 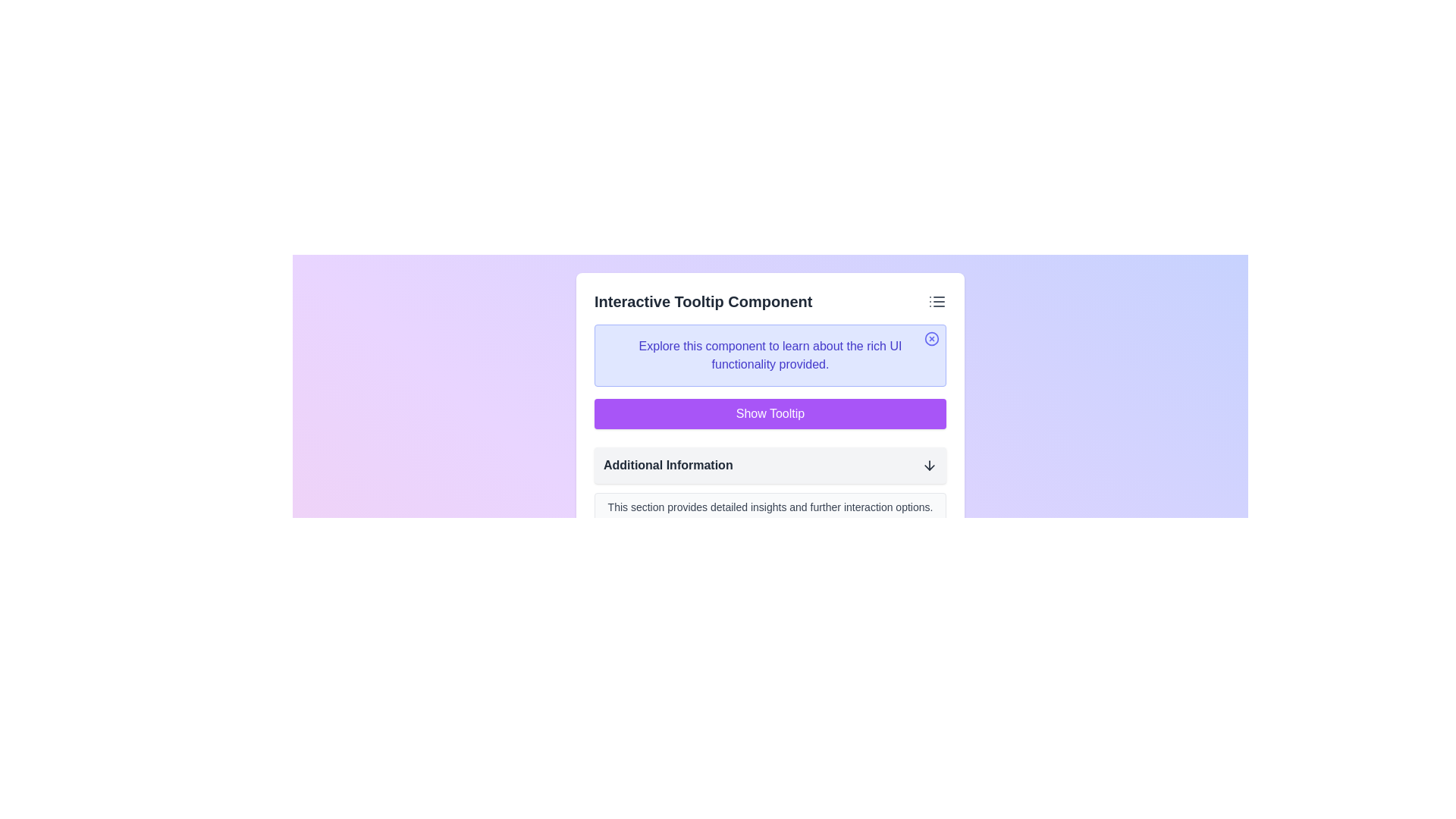 What do you see at coordinates (770, 301) in the screenshot?
I see `the action icon located at the far right of the title section` at bounding box center [770, 301].